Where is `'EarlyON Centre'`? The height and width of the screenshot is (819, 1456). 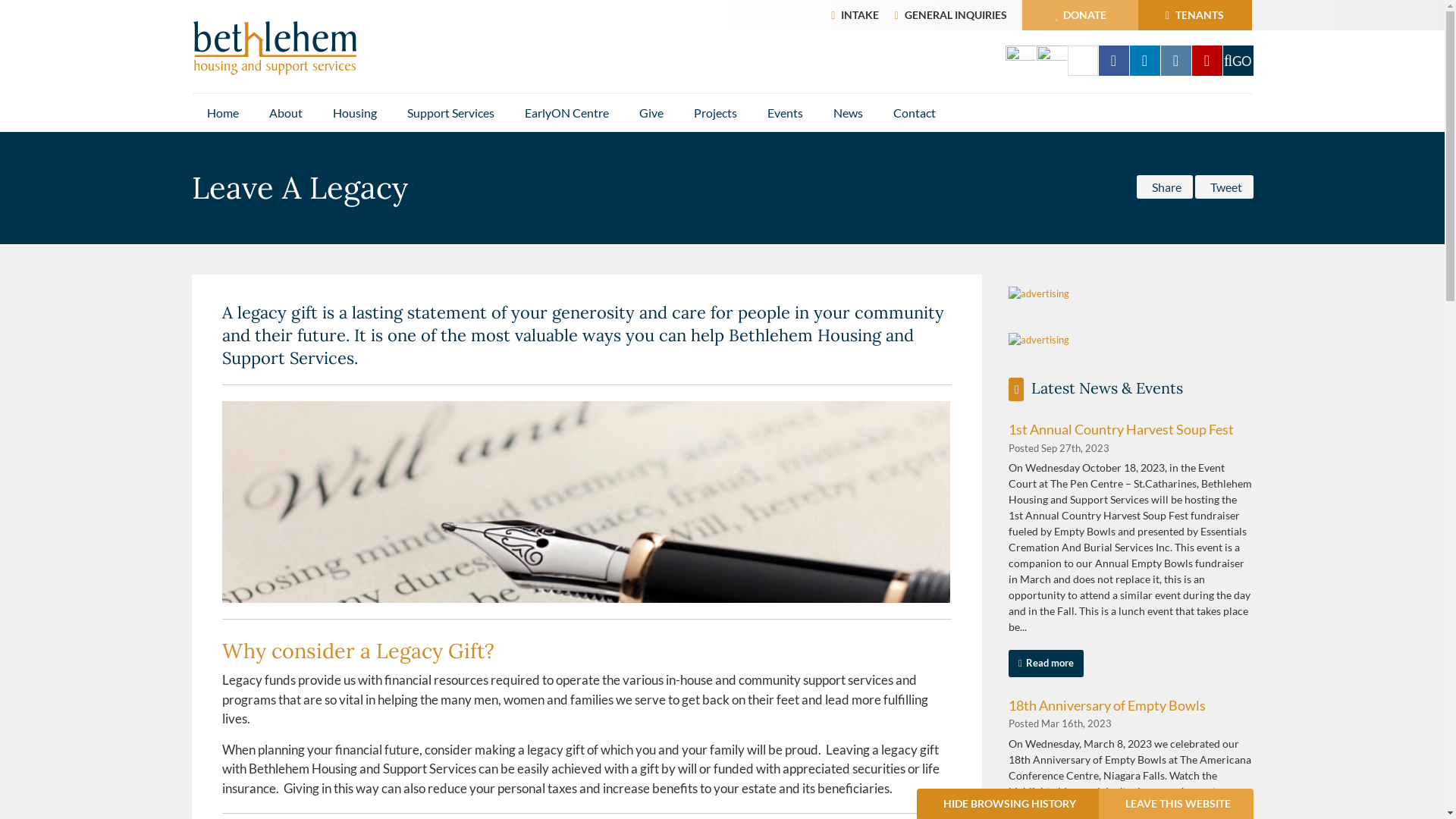 'EarlyON Centre' is located at coordinates (566, 112).